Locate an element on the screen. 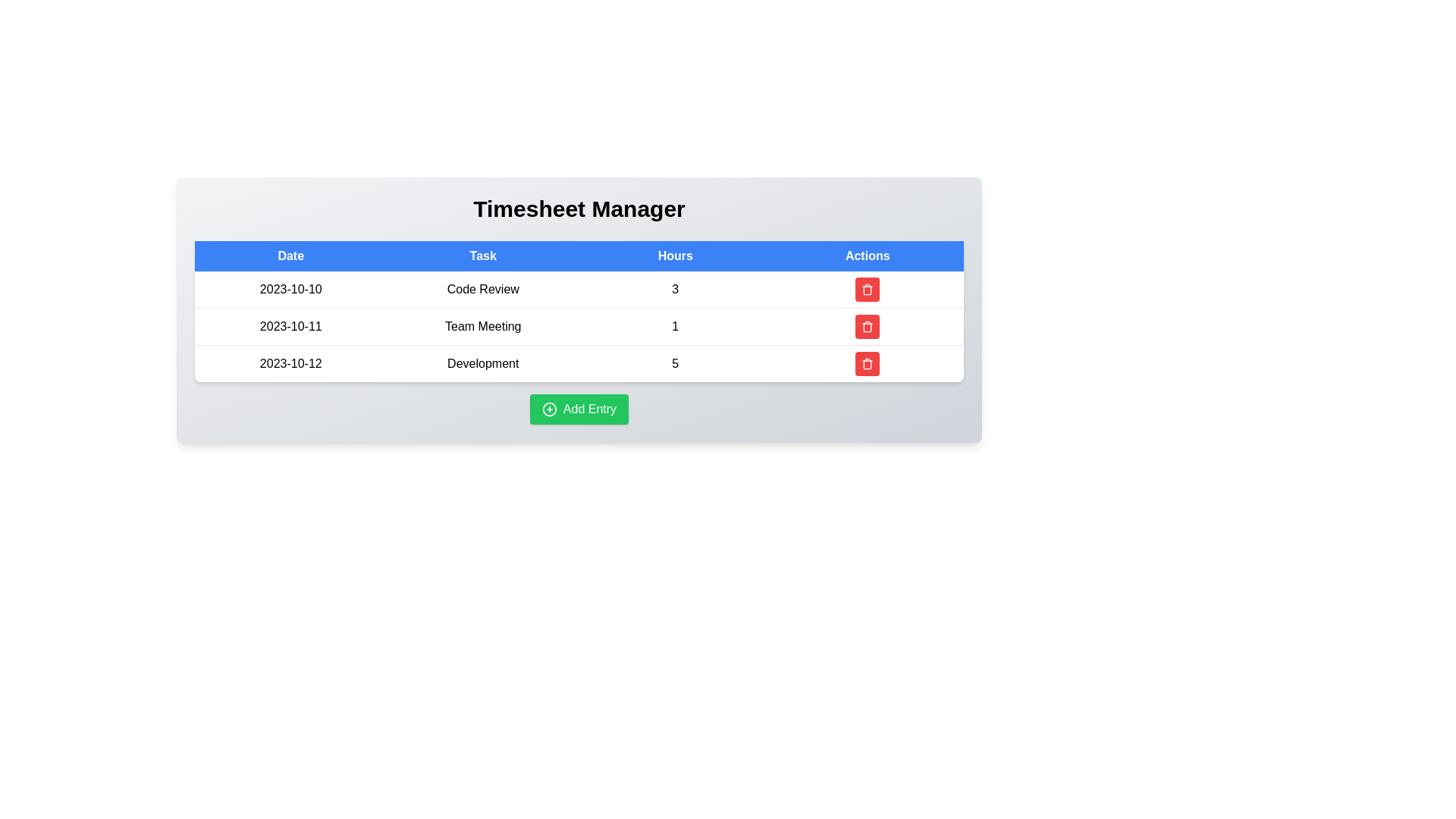 The image size is (1456, 819). the circular icon in the middle of the green rectangular button labeled 'Add Entry' located at the bottom center of the application layout to trigger tooltip or highlight feedback is located at coordinates (548, 409).